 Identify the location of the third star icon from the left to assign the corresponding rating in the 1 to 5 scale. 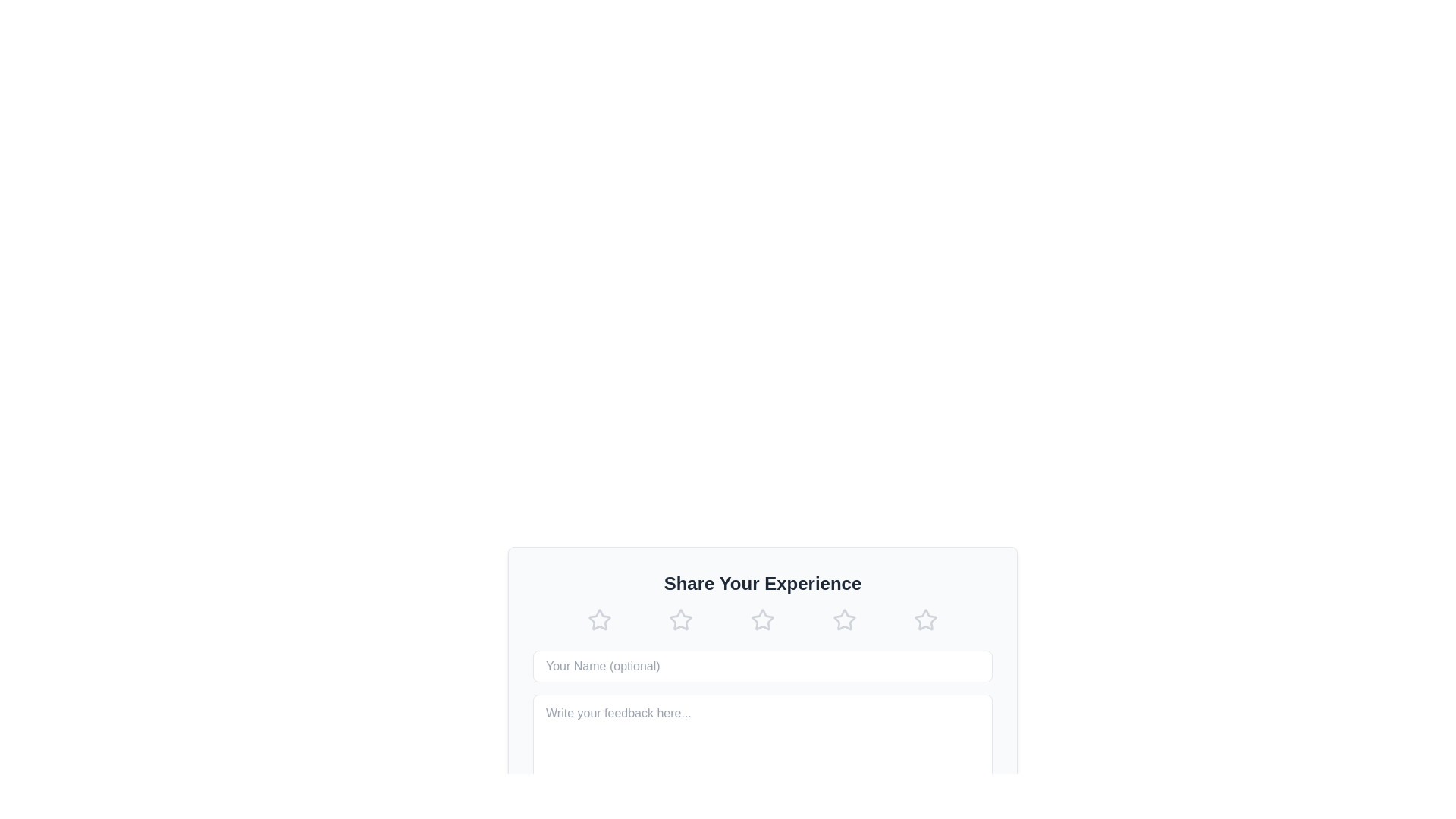
(762, 620).